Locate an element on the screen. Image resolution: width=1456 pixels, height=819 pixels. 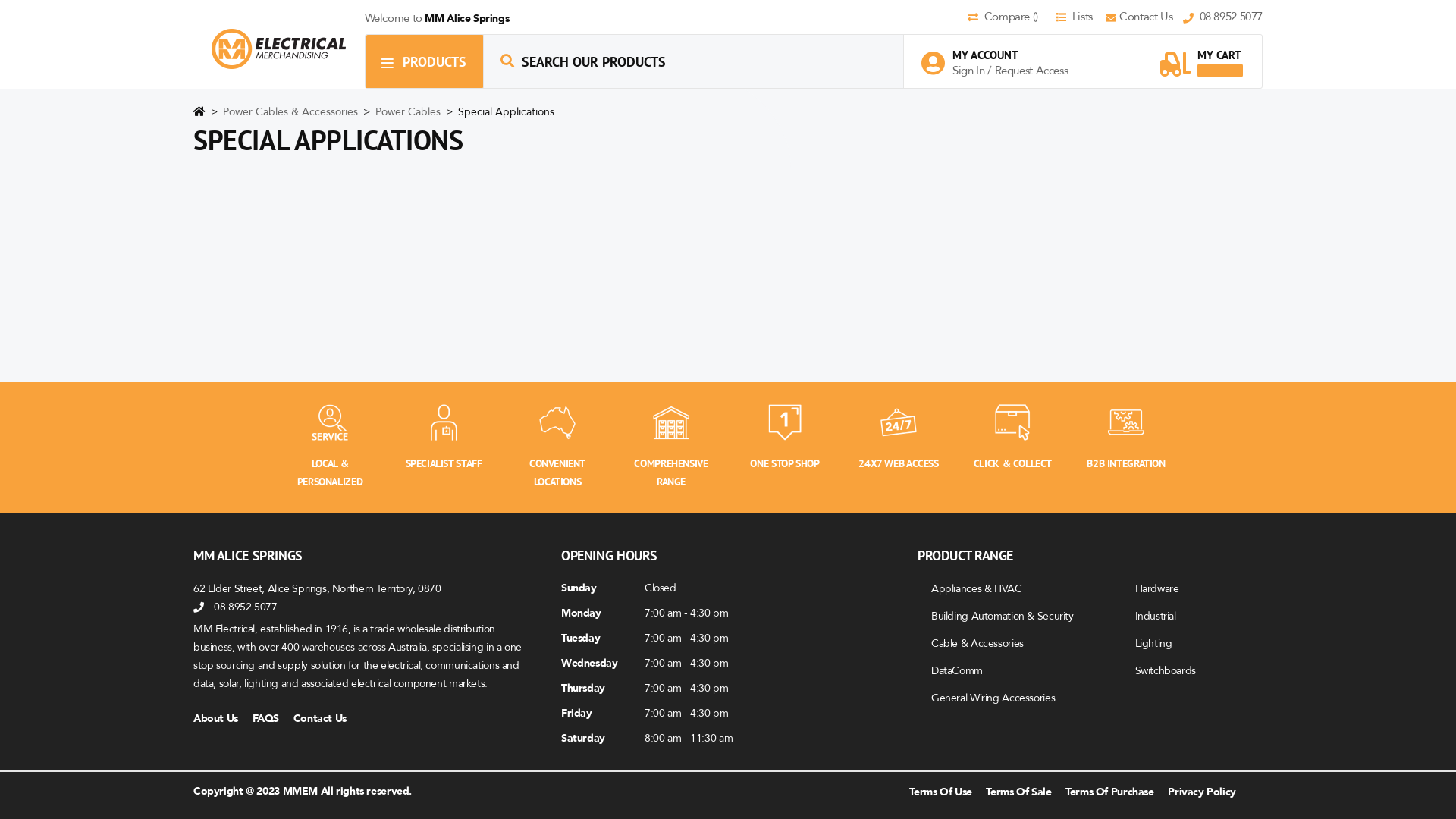
'Lighting' is located at coordinates (1153, 642).